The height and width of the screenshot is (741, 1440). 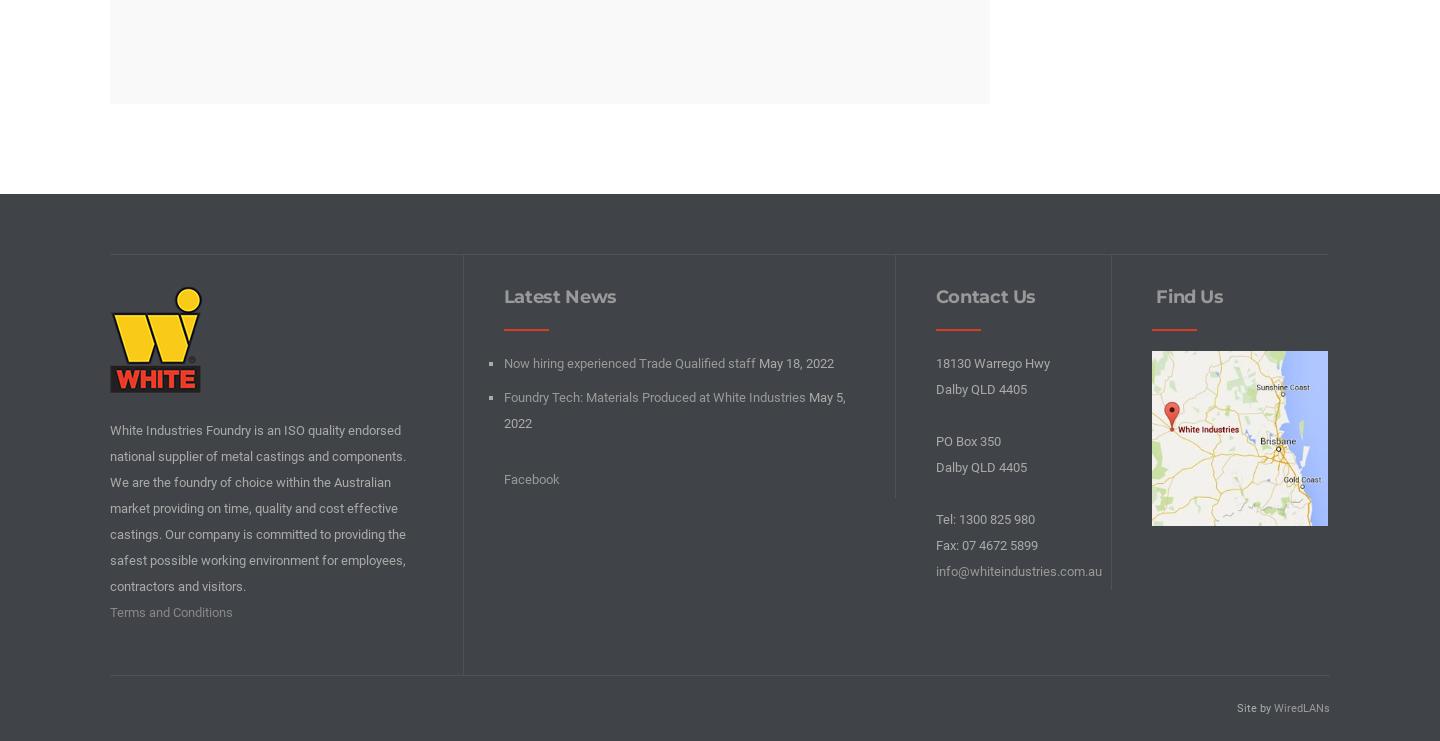 What do you see at coordinates (627, 362) in the screenshot?
I see `'Now hiring experienced Trade Qualified staff'` at bounding box center [627, 362].